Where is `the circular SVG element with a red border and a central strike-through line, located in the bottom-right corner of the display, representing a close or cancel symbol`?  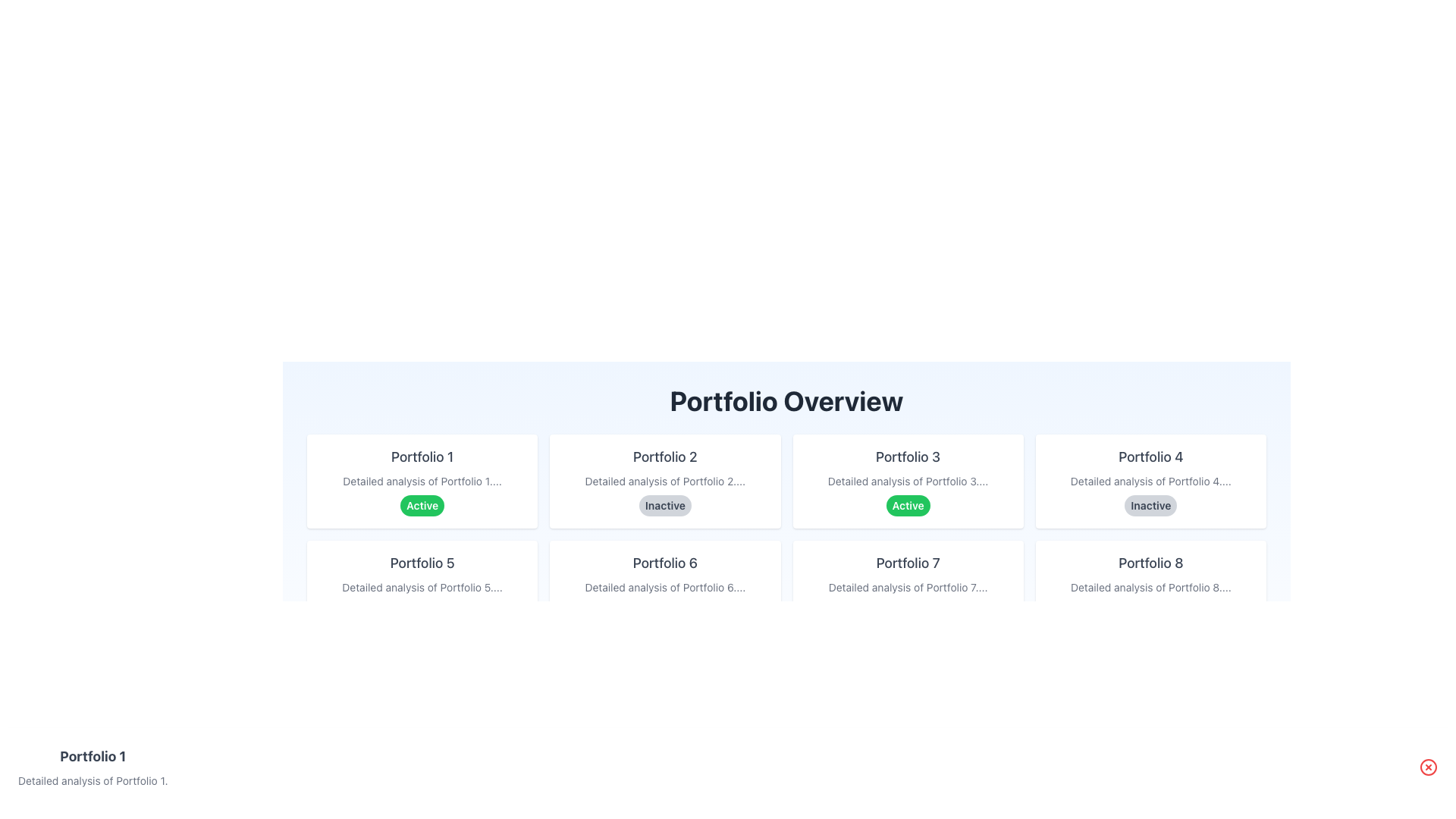 the circular SVG element with a red border and a central strike-through line, located in the bottom-right corner of the display, representing a close or cancel symbol is located at coordinates (1427, 767).